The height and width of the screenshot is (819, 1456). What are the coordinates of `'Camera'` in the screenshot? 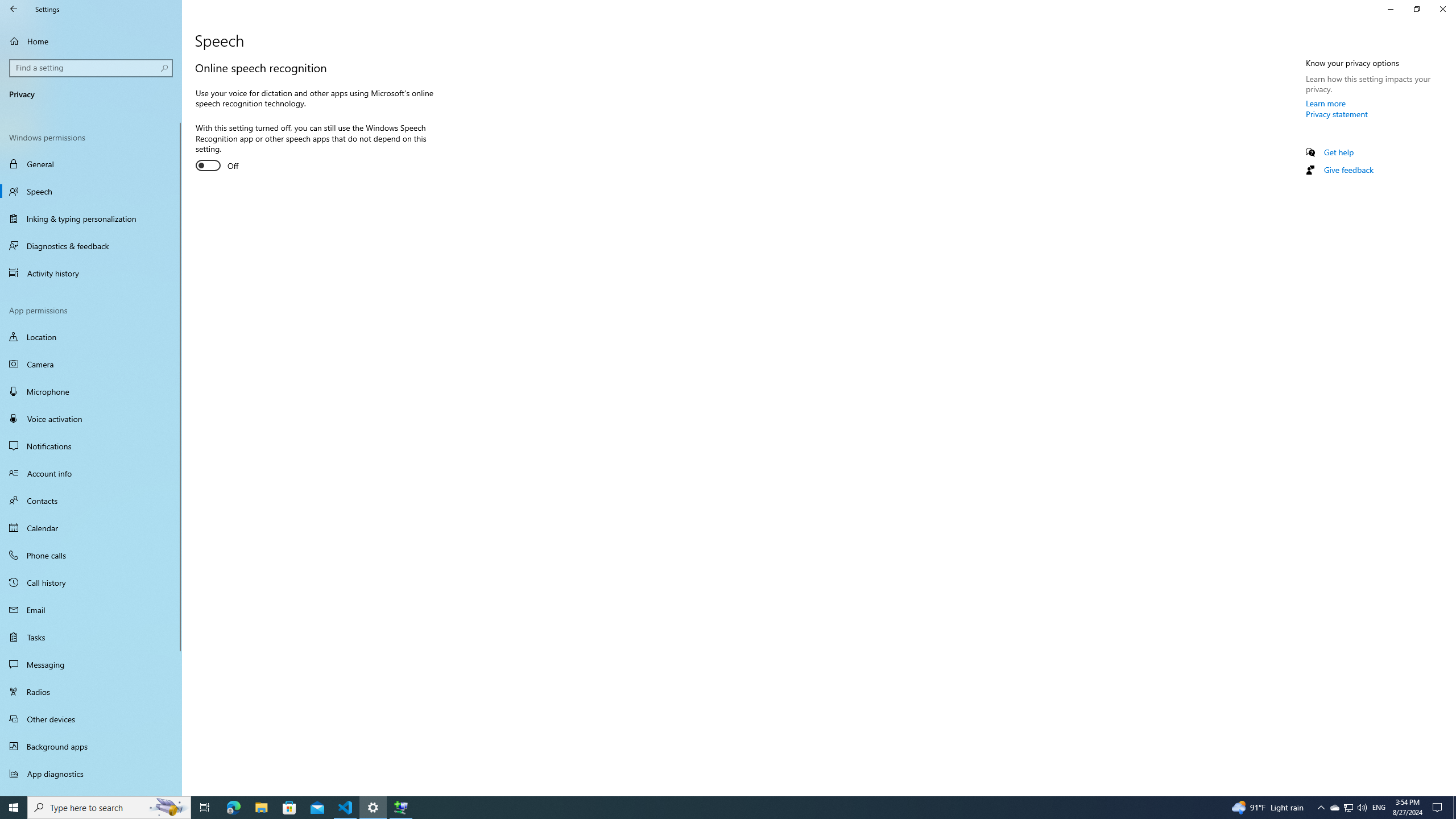 It's located at (90, 363).